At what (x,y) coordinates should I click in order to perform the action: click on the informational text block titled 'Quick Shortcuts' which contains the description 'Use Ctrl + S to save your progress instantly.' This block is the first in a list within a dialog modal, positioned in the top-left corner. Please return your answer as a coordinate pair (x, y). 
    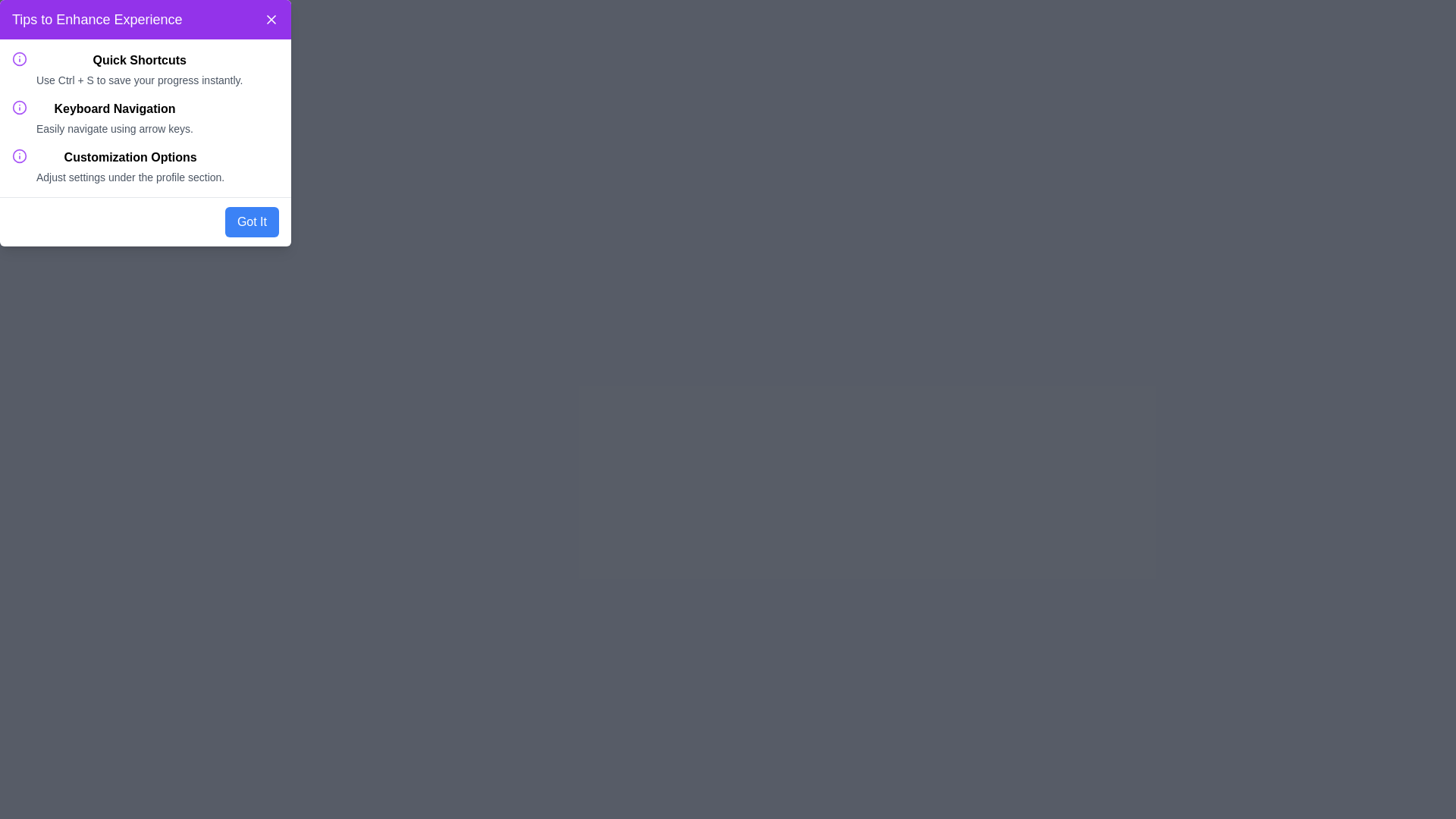
    Looking at the image, I should click on (140, 70).